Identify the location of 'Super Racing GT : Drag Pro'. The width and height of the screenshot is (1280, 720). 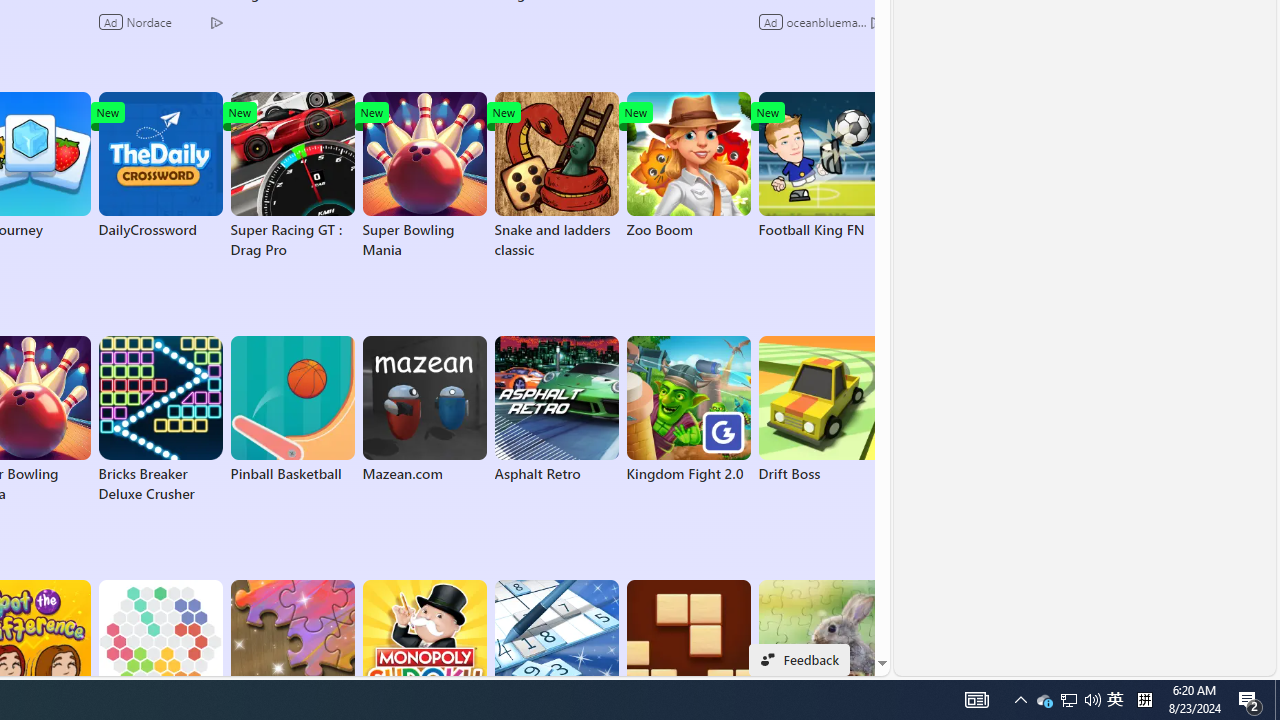
(291, 175).